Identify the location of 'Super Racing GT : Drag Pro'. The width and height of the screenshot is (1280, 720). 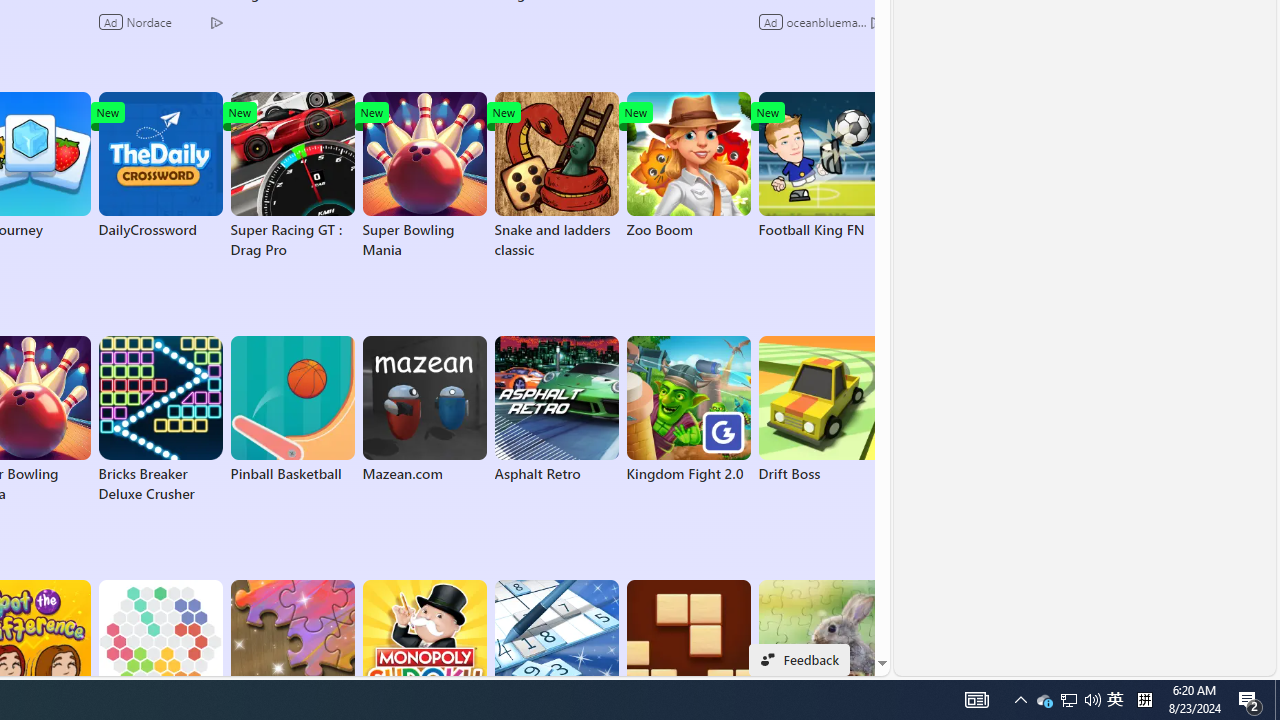
(291, 175).